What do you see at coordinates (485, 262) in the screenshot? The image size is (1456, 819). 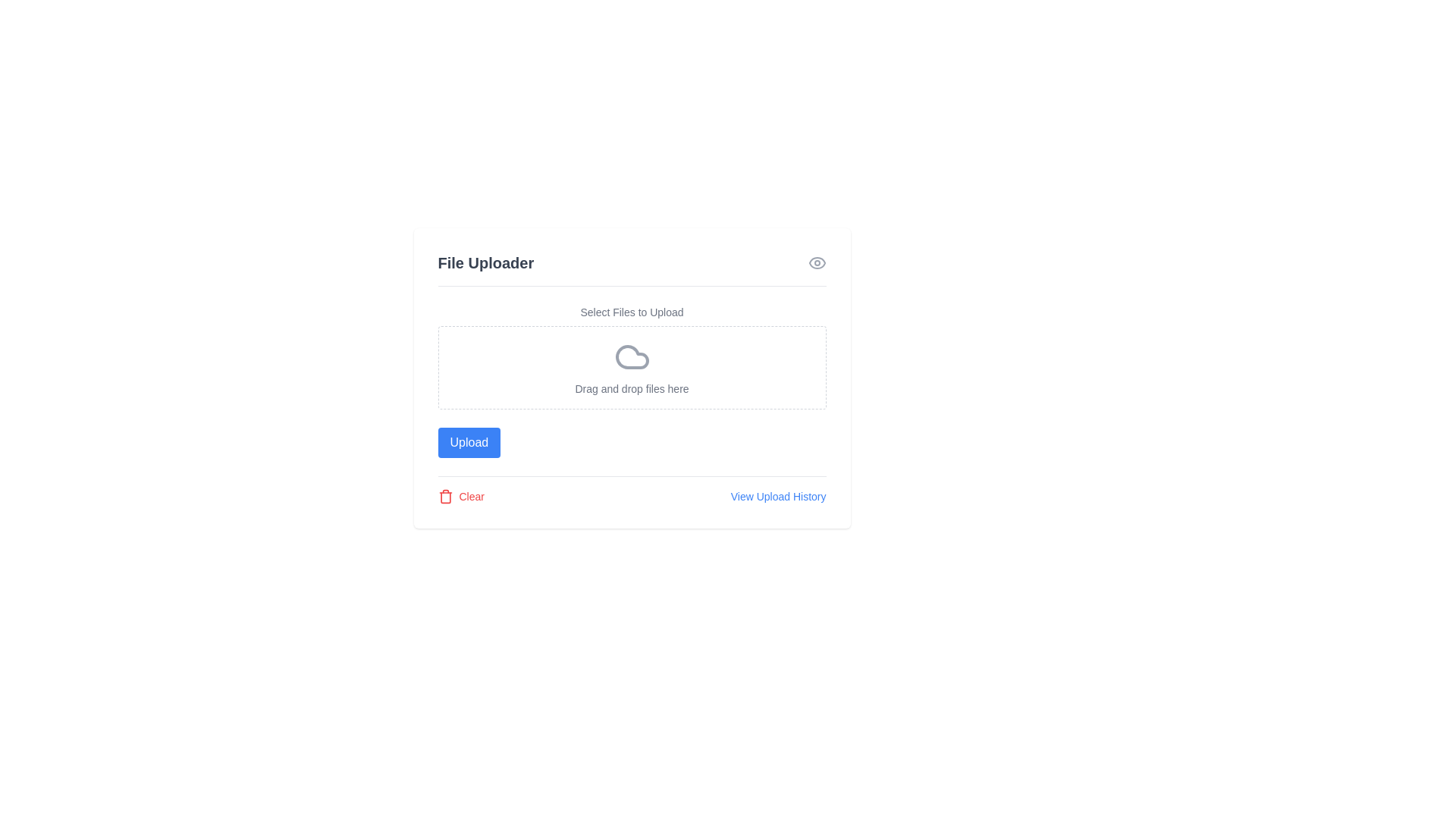 I see `the prominently styled text label 'File Uploader', which is displayed in a larger bold font and serves as a descriptive header for the section below` at bounding box center [485, 262].